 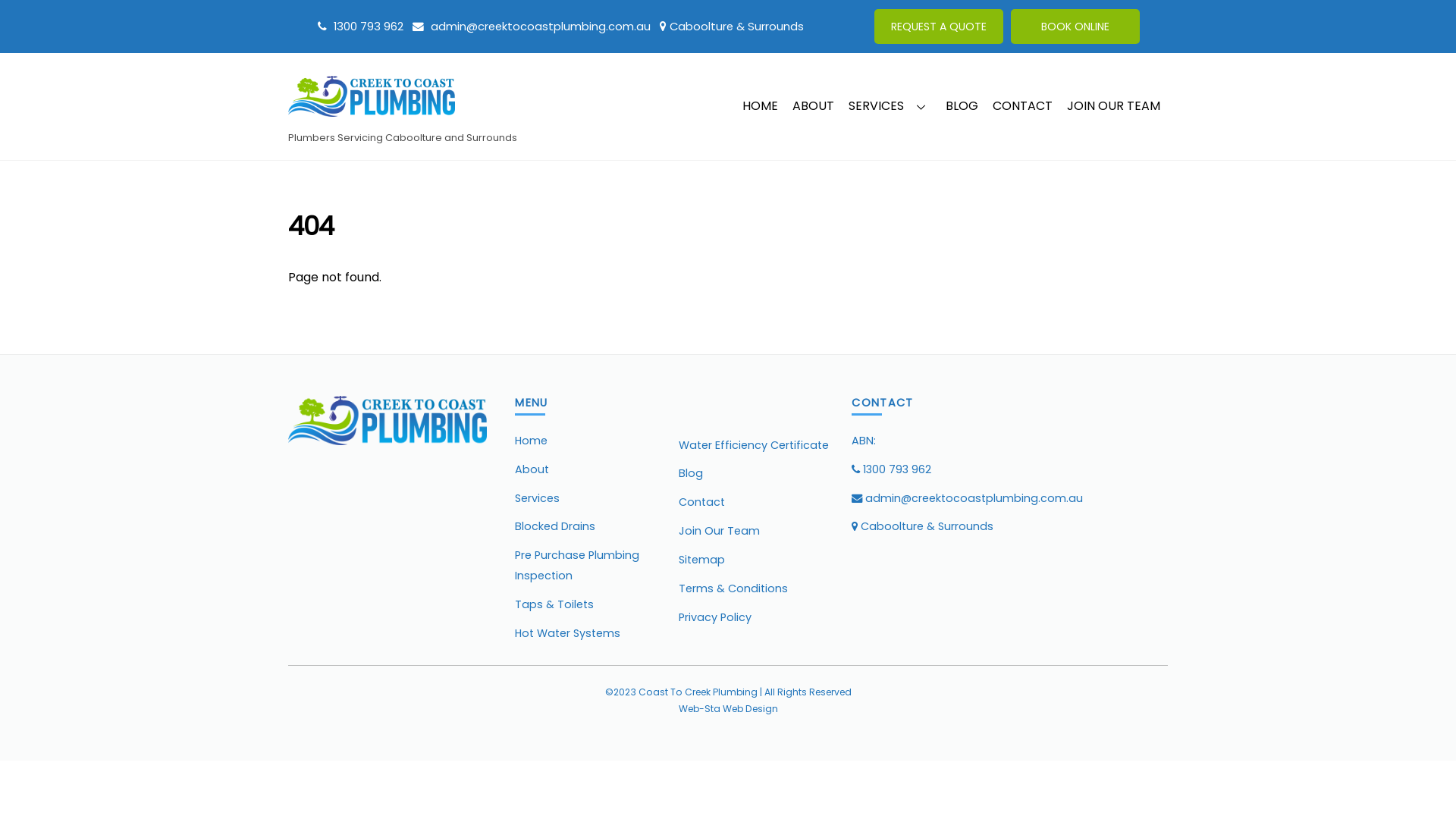 I want to click on 'Home', so click(x=531, y=441).